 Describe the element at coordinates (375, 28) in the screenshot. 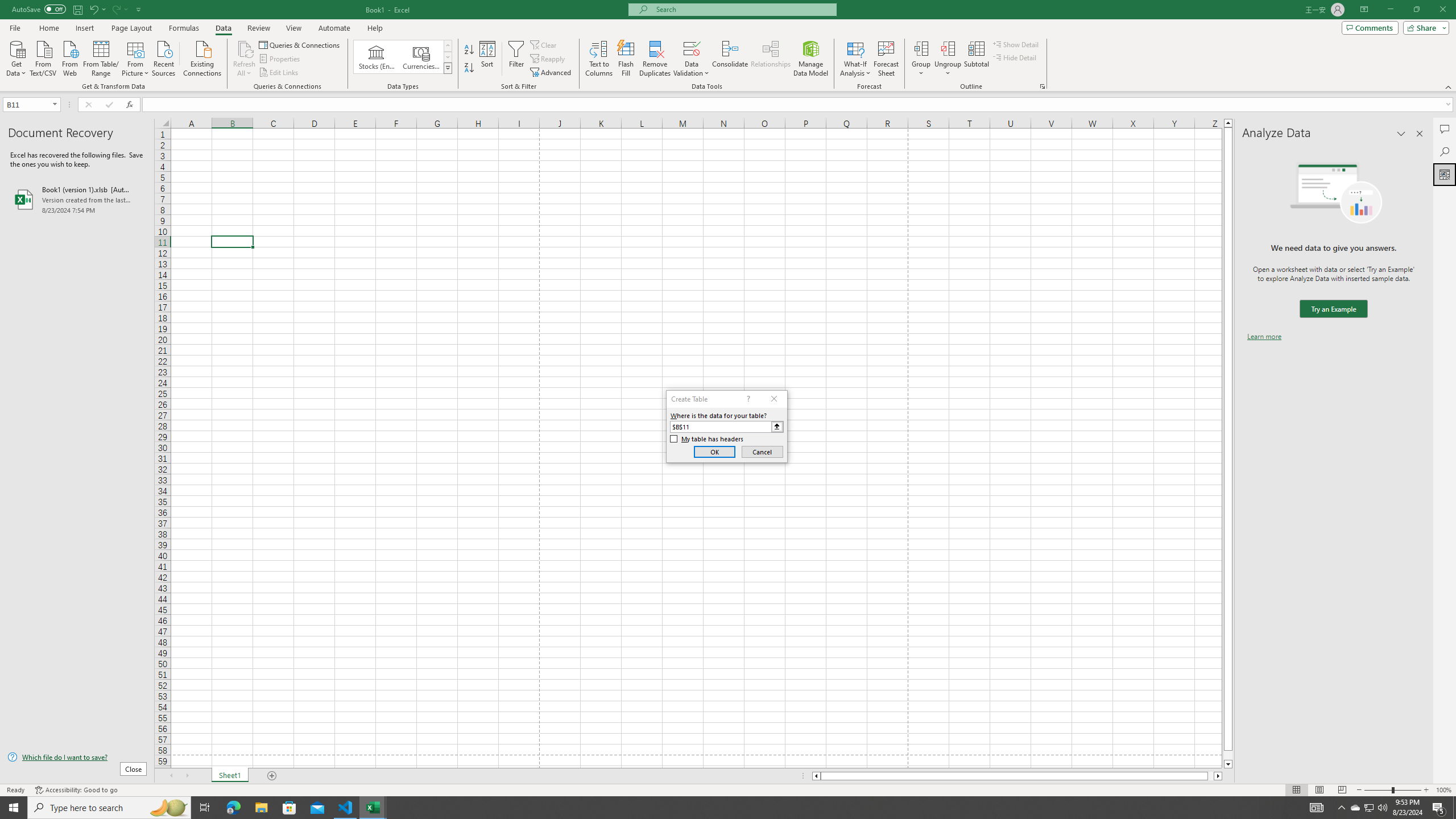

I see `'Help'` at that location.